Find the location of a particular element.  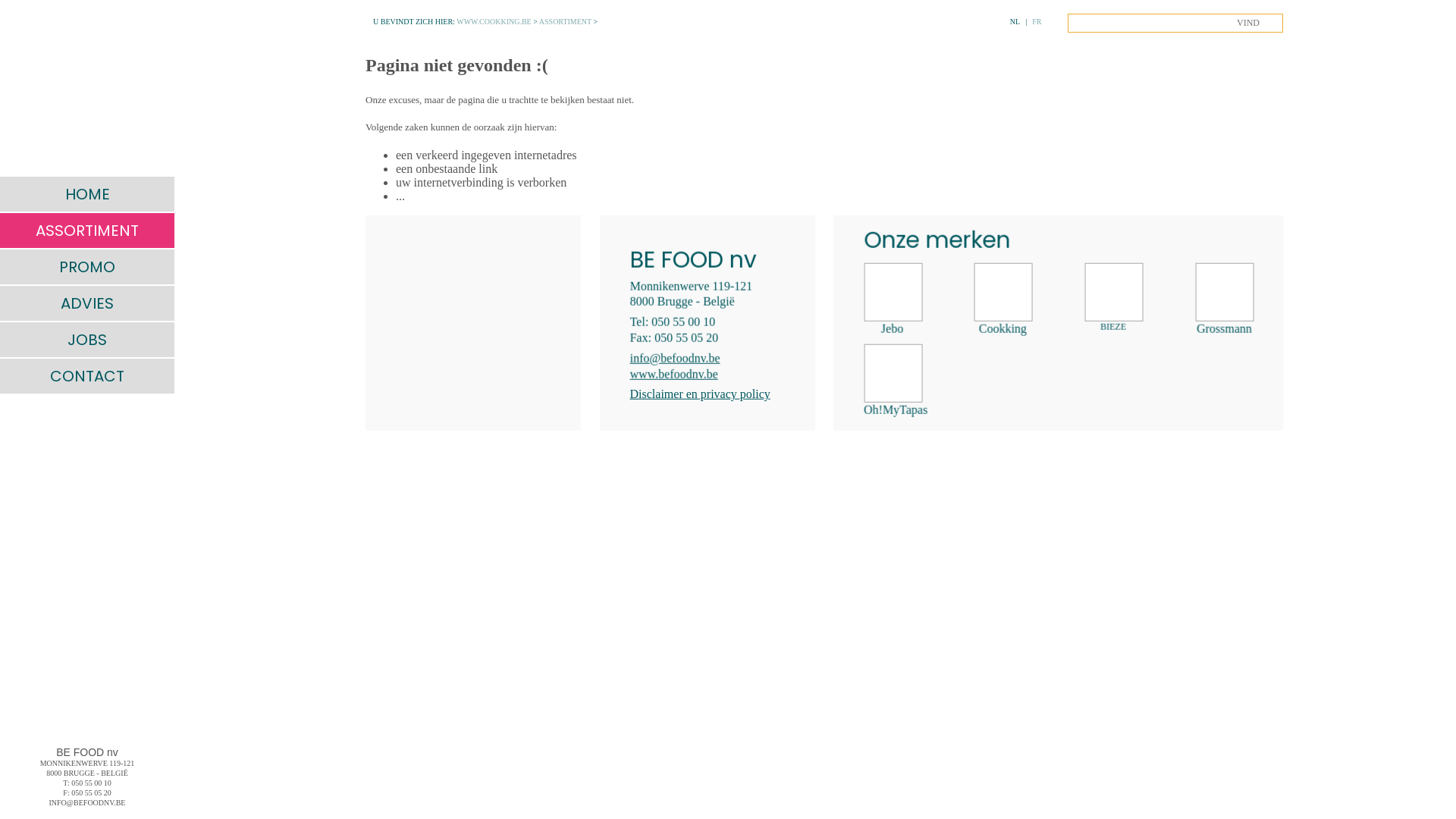

' ' is located at coordinates (86, 87).